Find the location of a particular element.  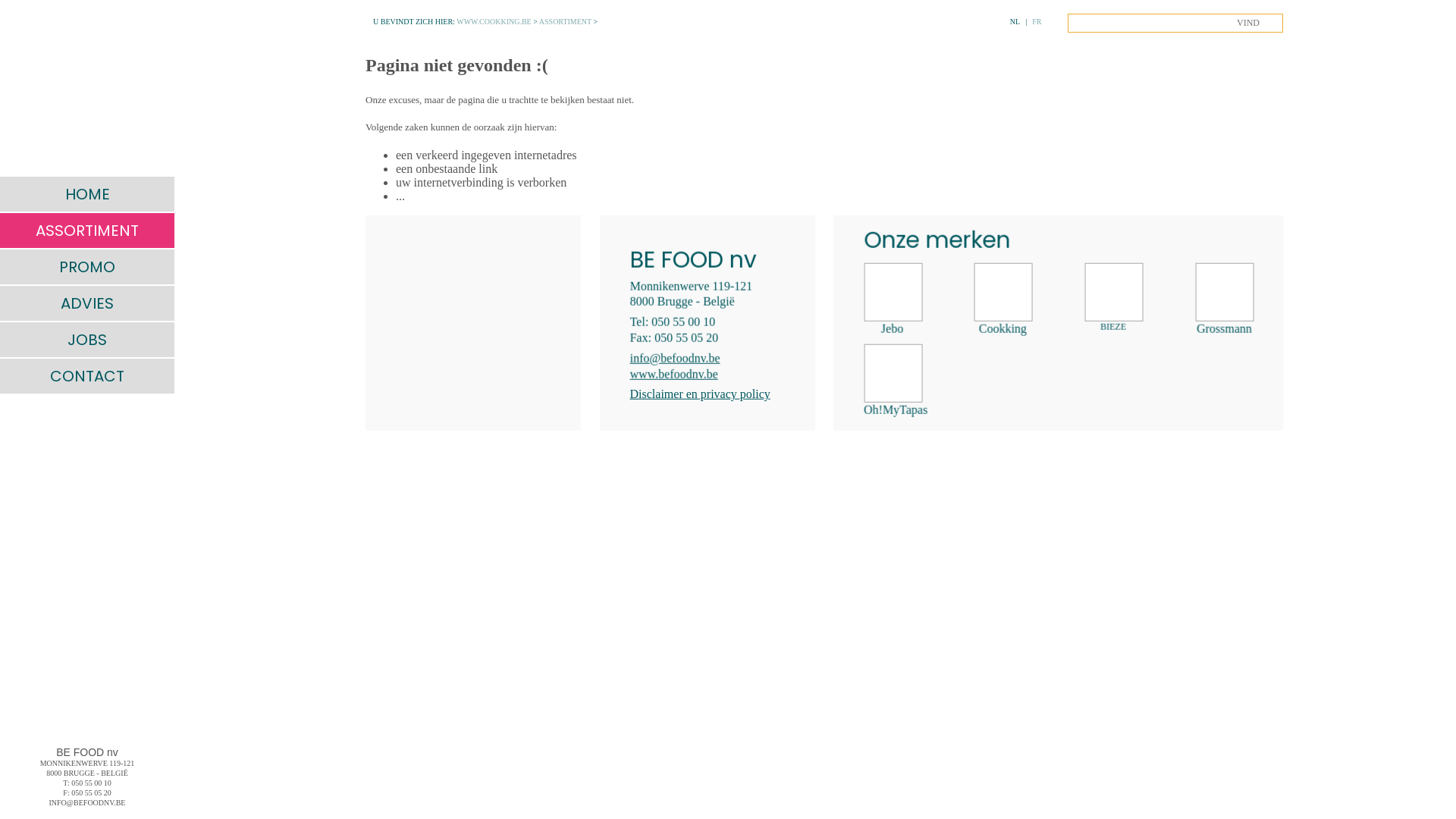

' ' is located at coordinates (86, 87).